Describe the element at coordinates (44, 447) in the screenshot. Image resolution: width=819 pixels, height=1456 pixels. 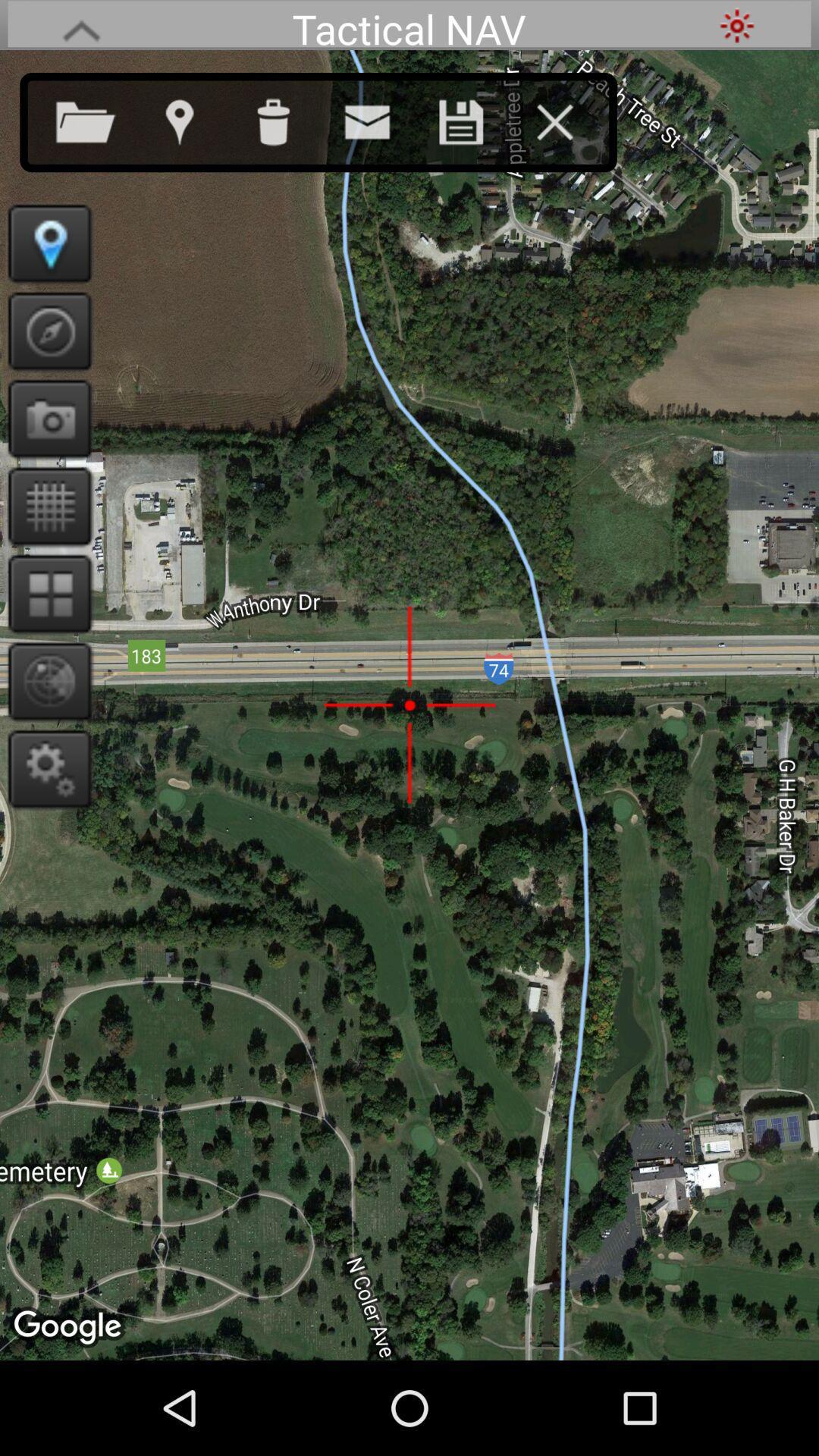
I see `the photo icon` at that location.